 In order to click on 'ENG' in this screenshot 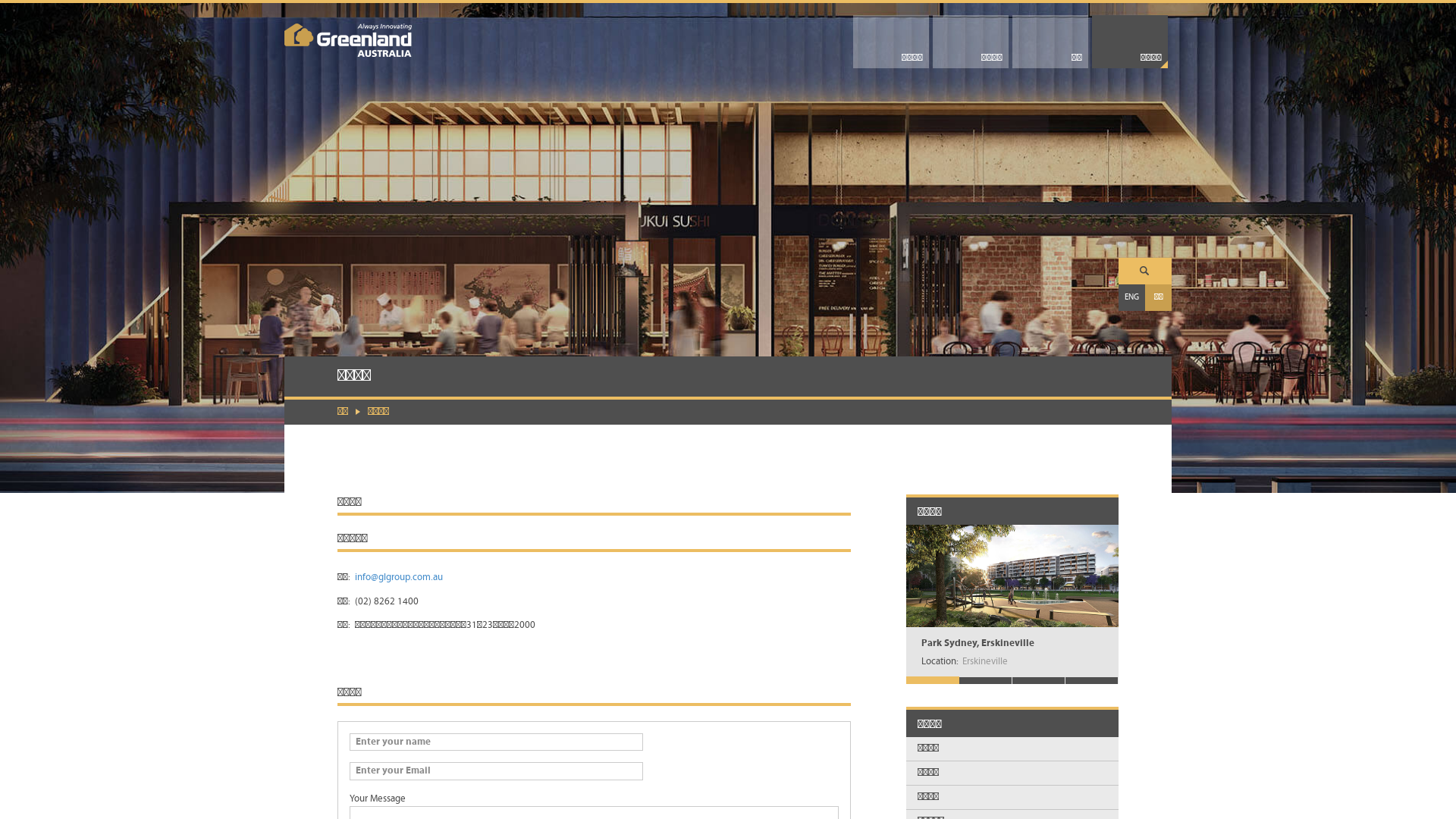, I will do `click(1131, 297)`.